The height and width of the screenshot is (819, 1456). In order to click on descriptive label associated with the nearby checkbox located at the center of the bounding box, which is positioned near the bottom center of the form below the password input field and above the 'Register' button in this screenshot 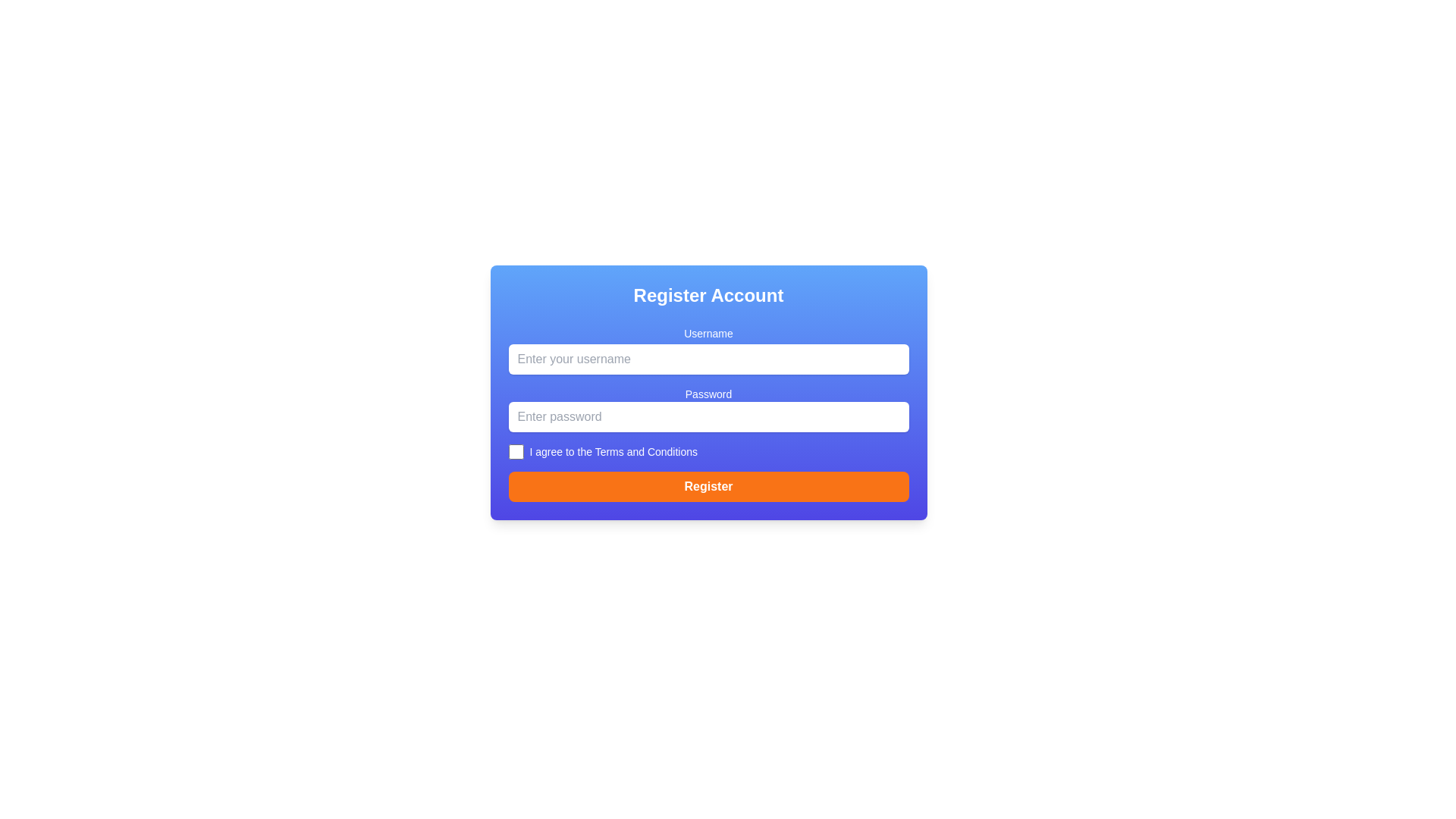, I will do `click(613, 451)`.